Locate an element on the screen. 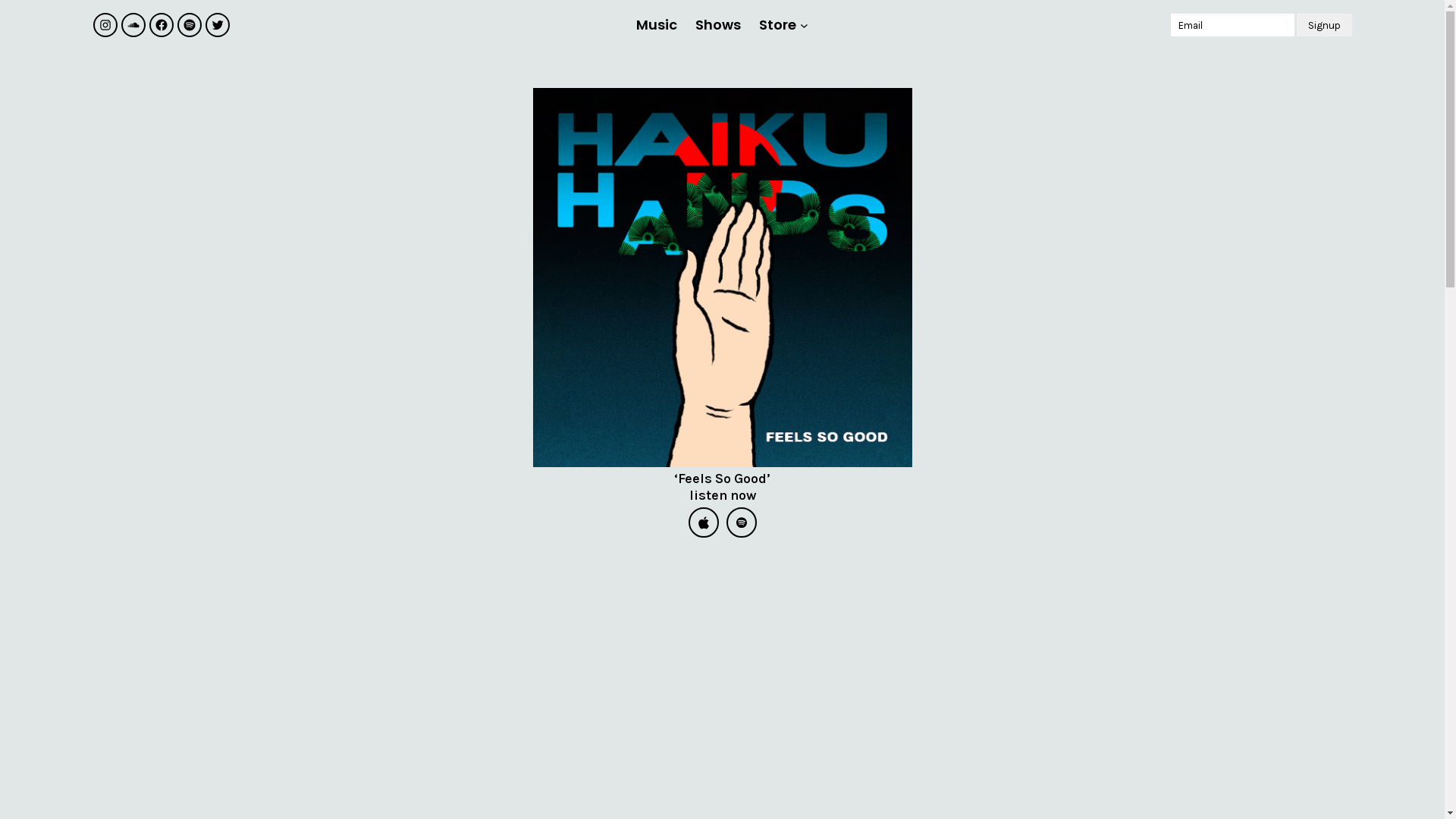  'Shows' is located at coordinates (694, 25).